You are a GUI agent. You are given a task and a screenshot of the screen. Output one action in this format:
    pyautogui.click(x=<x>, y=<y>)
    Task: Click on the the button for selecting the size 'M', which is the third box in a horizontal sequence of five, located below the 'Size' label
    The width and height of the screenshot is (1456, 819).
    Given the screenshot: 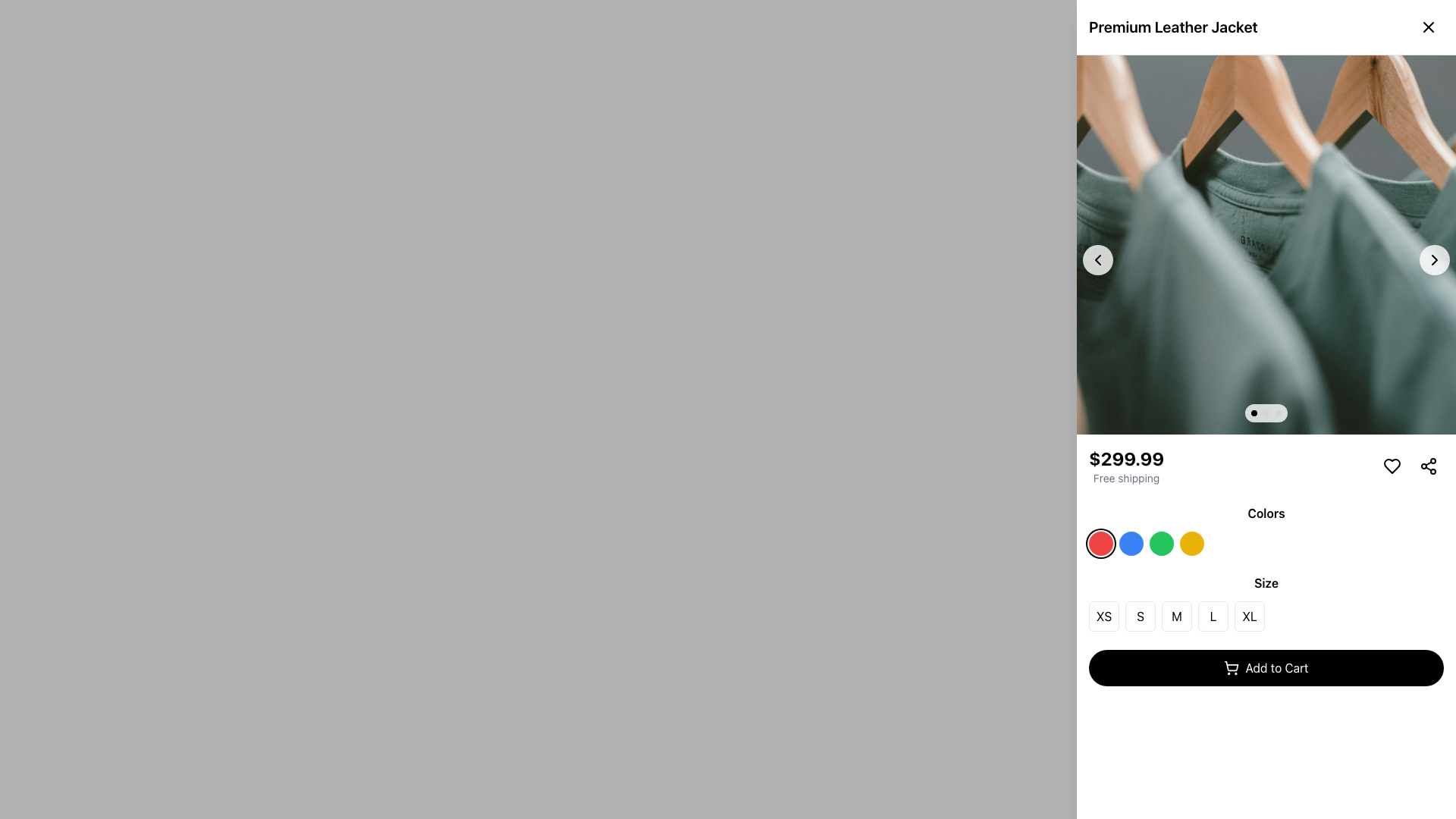 What is the action you would take?
    pyautogui.click(x=1175, y=617)
    